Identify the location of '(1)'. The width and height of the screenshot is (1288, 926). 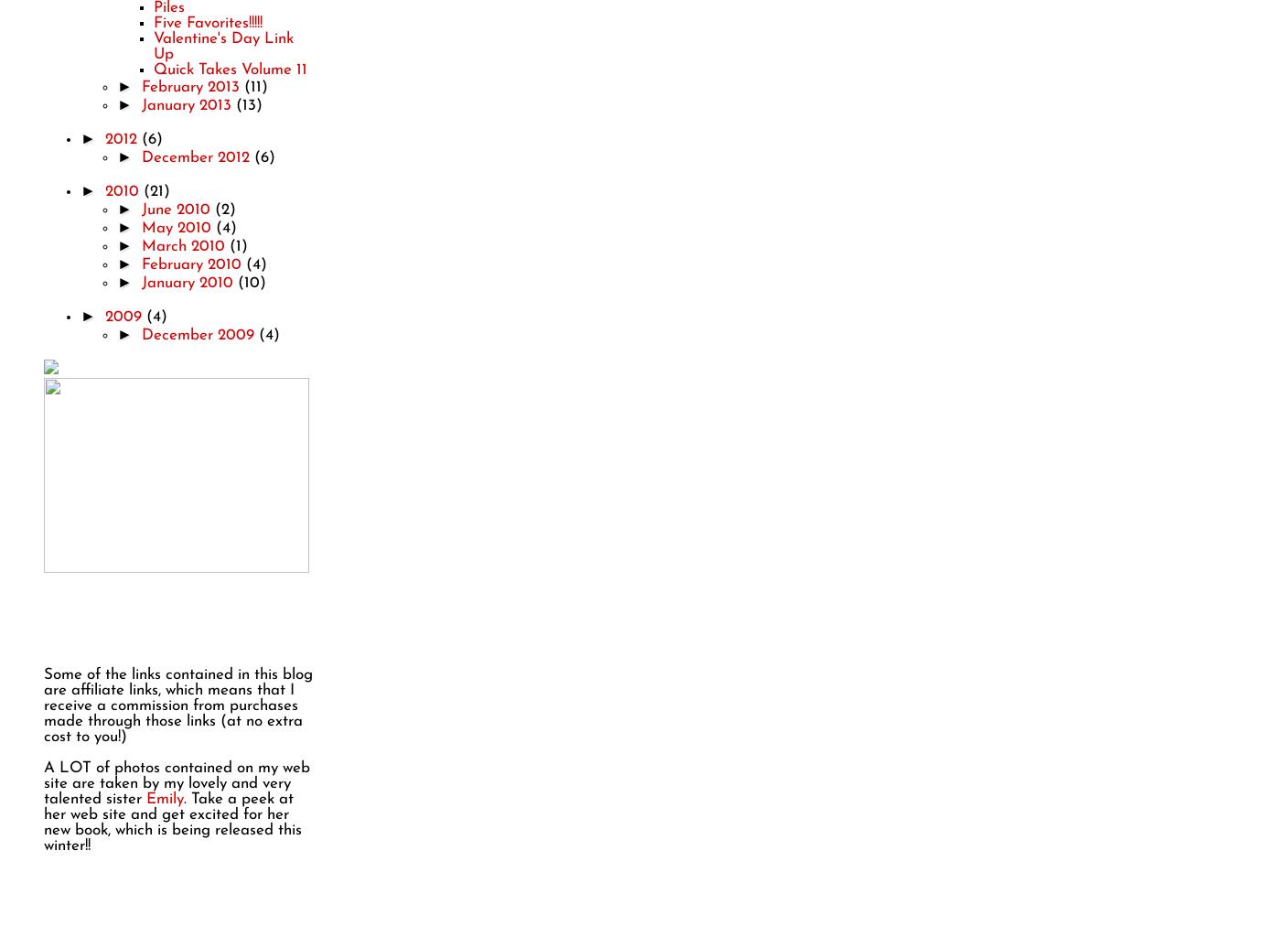
(237, 244).